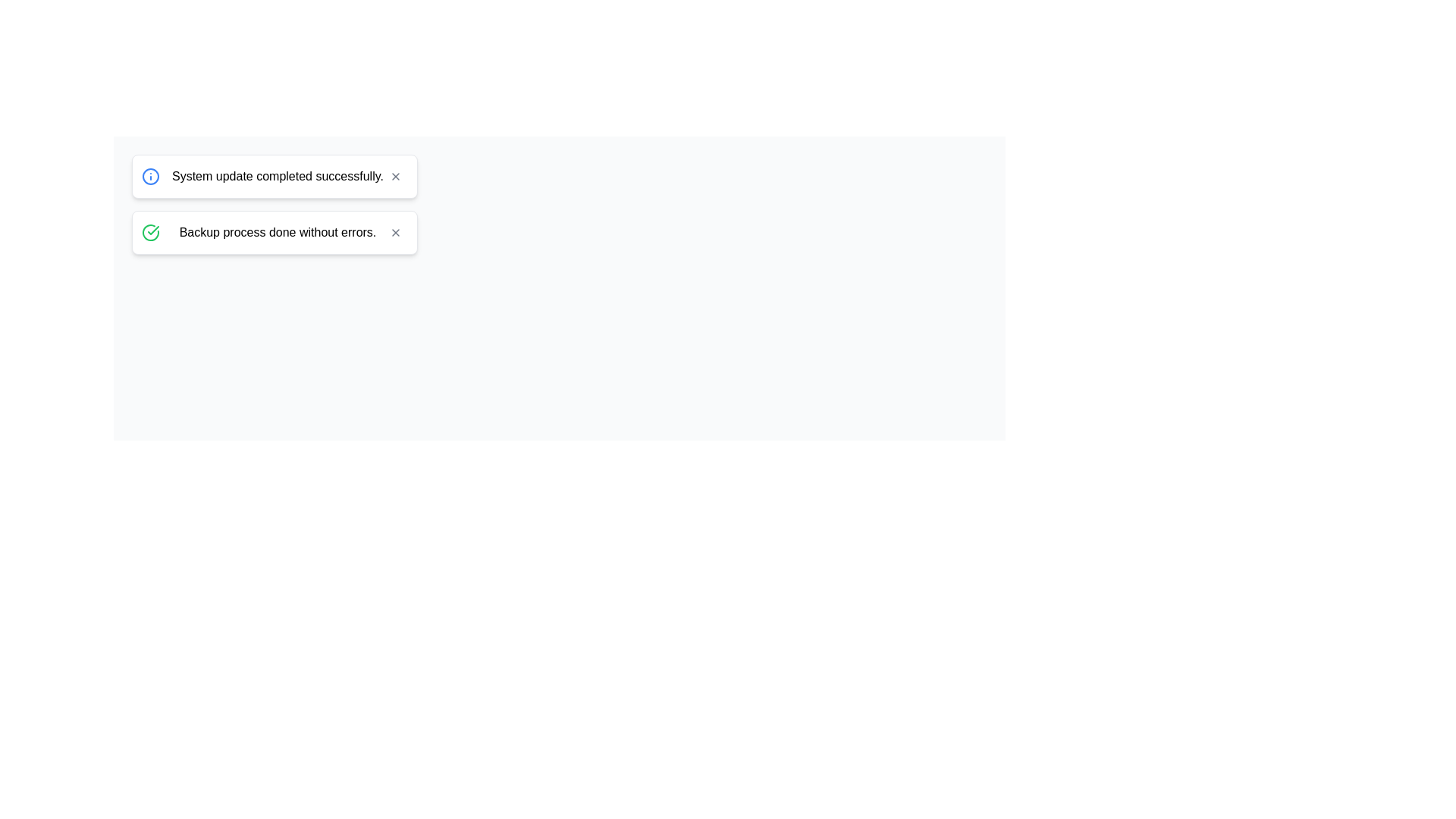  Describe the element at coordinates (150, 175) in the screenshot. I see `the decorative circular element that is part of the information icon located in the upper notification box, which indicates the status of 'System update completed successfully.'` at that location.